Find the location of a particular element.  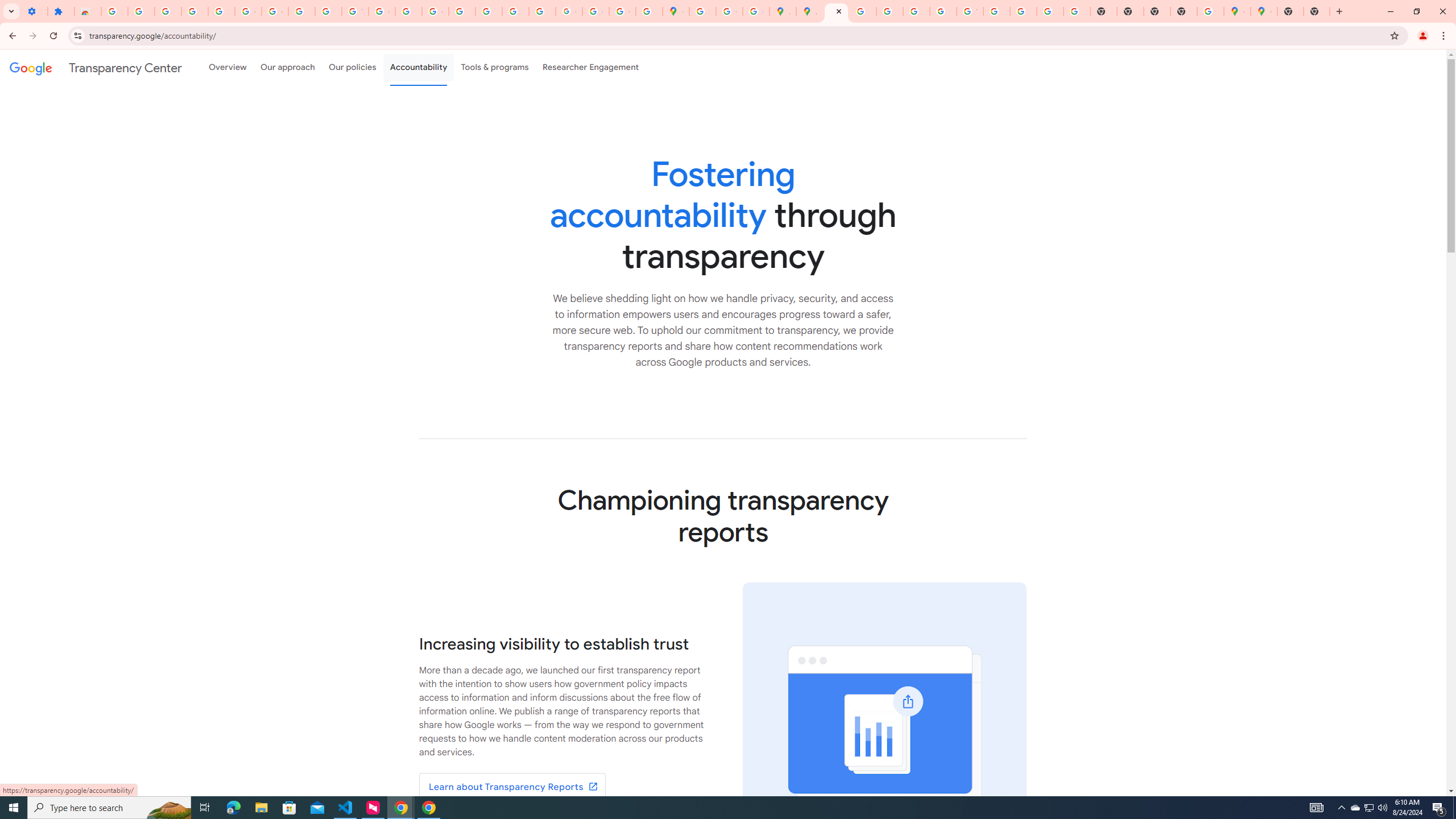

'Learn how to find your photos - Google Photos Help' is located at coordinates (167, 11).